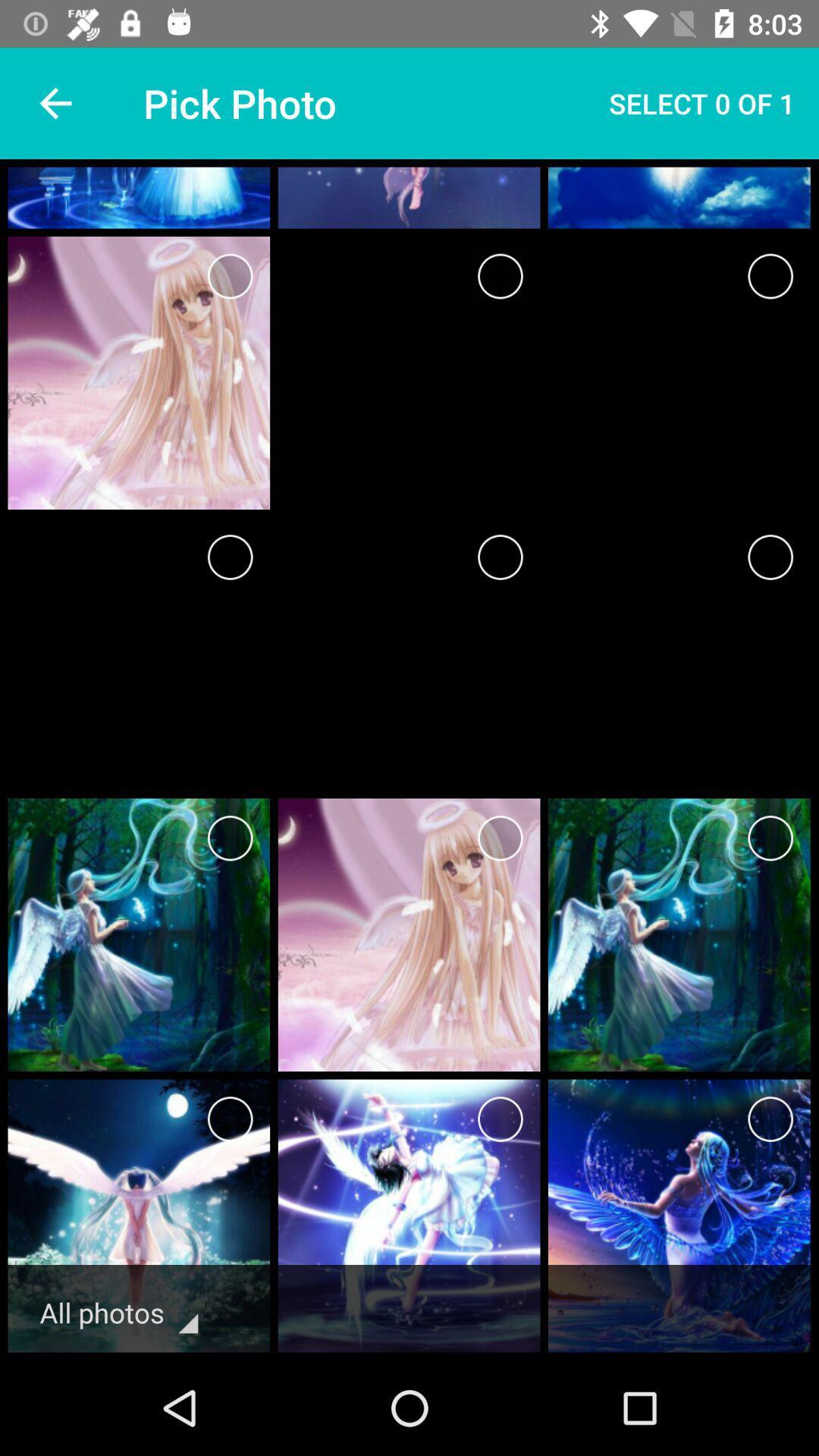 Image resolution: width=819 pixels, height=1456 pixels. What do you see at coordinates (230, 837) in the screenshot?
I see `page` at bounding box center [230, 837].